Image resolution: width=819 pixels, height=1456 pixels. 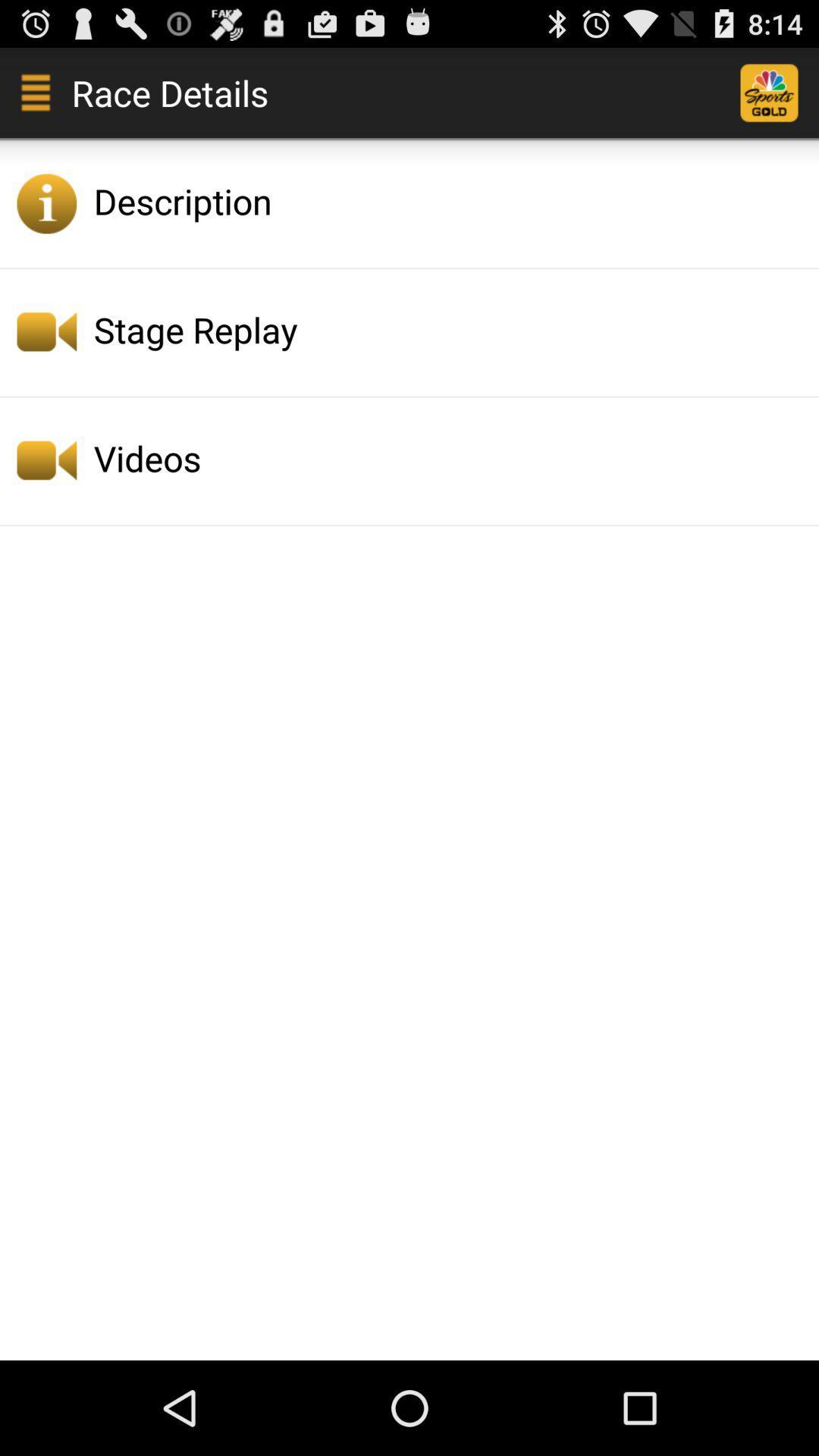 I want to click on description icon, so click(x=451, y=200).